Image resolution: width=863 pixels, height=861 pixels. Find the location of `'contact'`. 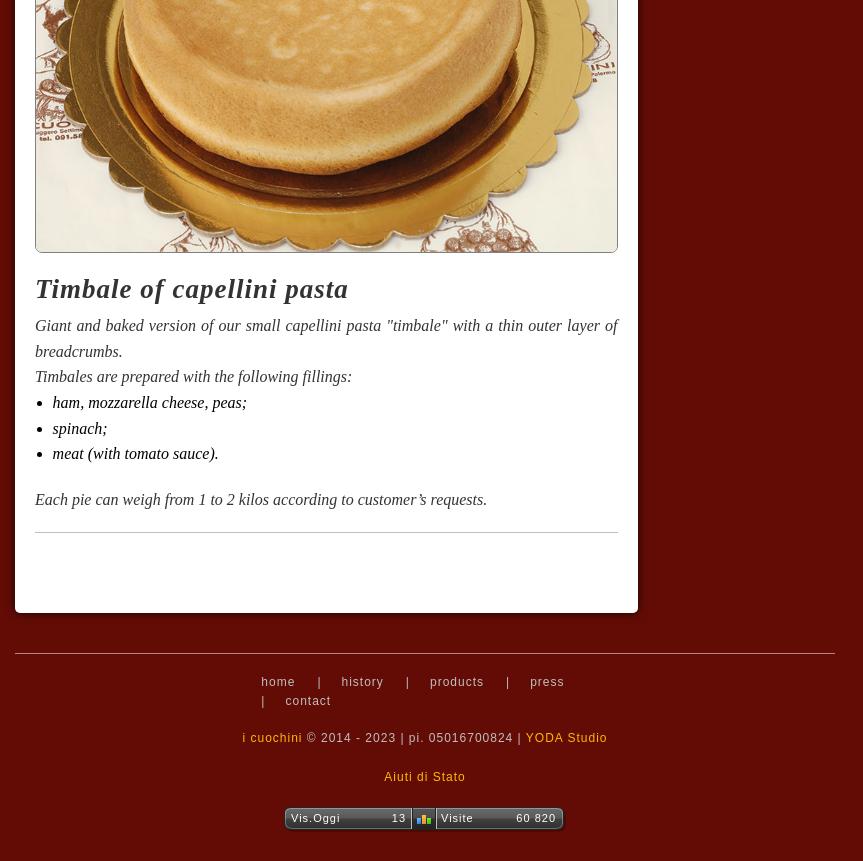

'contact' is located at coordinates (283, 700).